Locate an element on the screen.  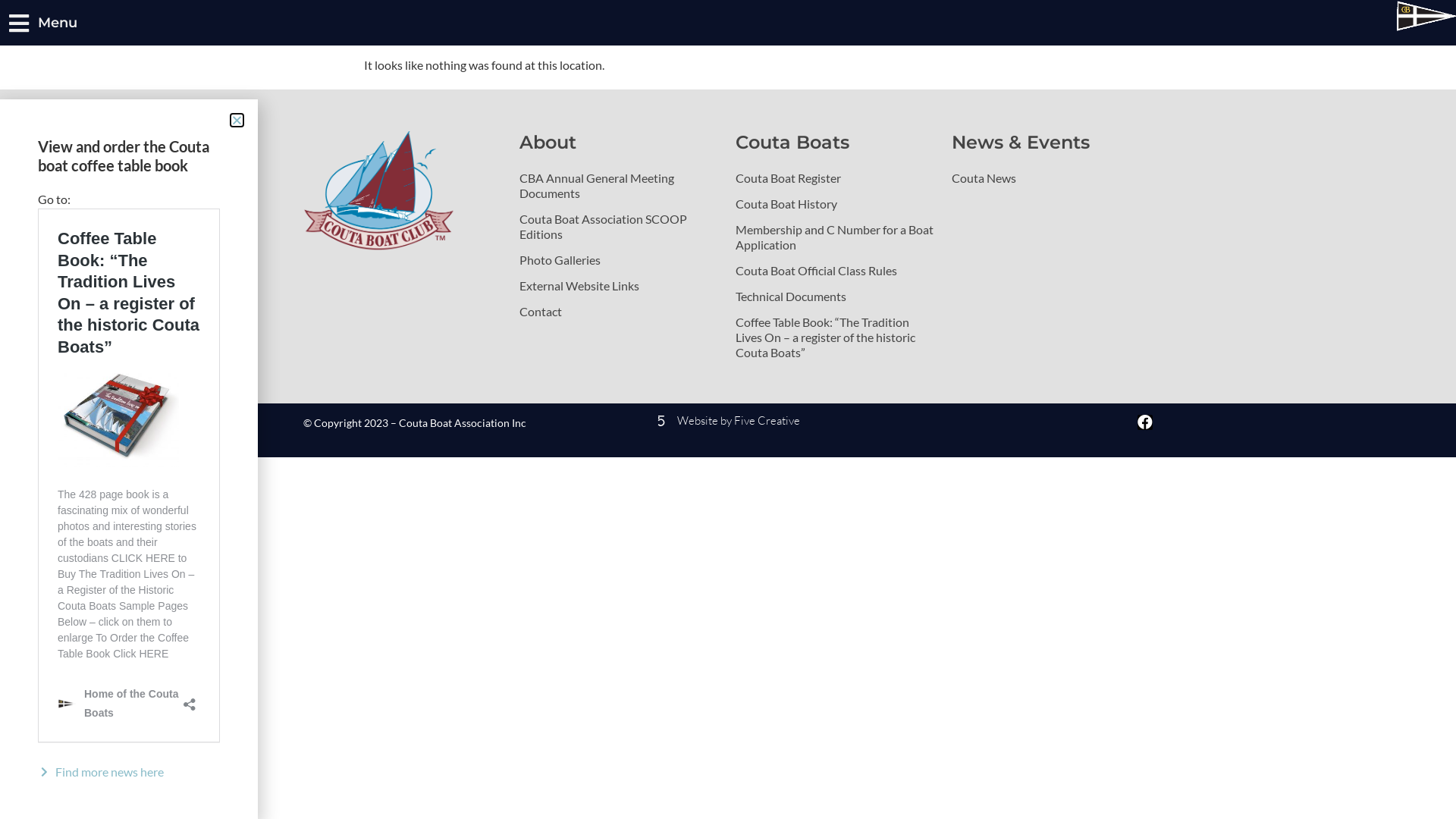
'External Website Links' is located at coordinates (620, 286).